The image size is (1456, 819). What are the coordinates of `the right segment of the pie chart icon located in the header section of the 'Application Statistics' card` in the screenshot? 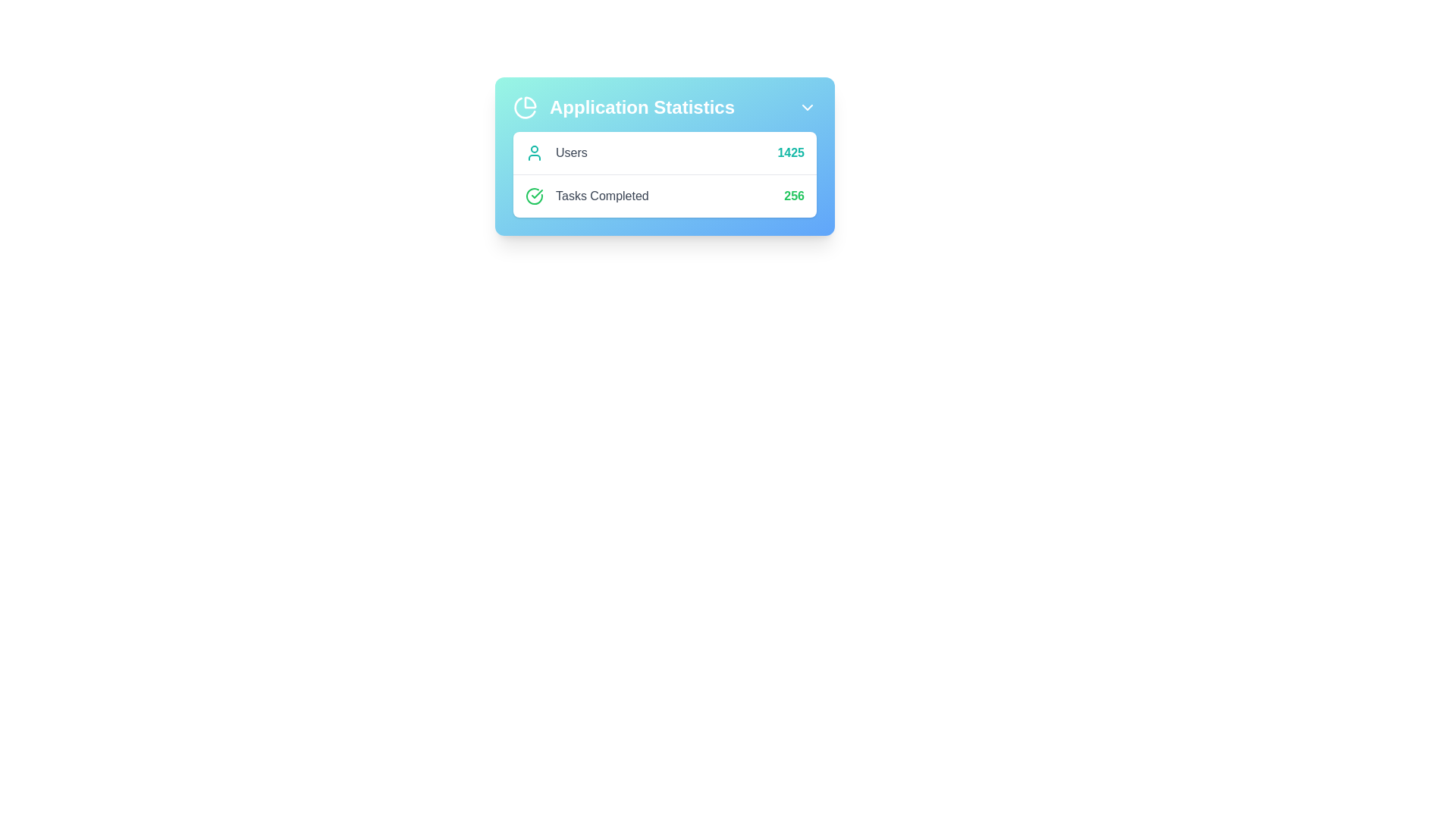 It's located at (530, 102).